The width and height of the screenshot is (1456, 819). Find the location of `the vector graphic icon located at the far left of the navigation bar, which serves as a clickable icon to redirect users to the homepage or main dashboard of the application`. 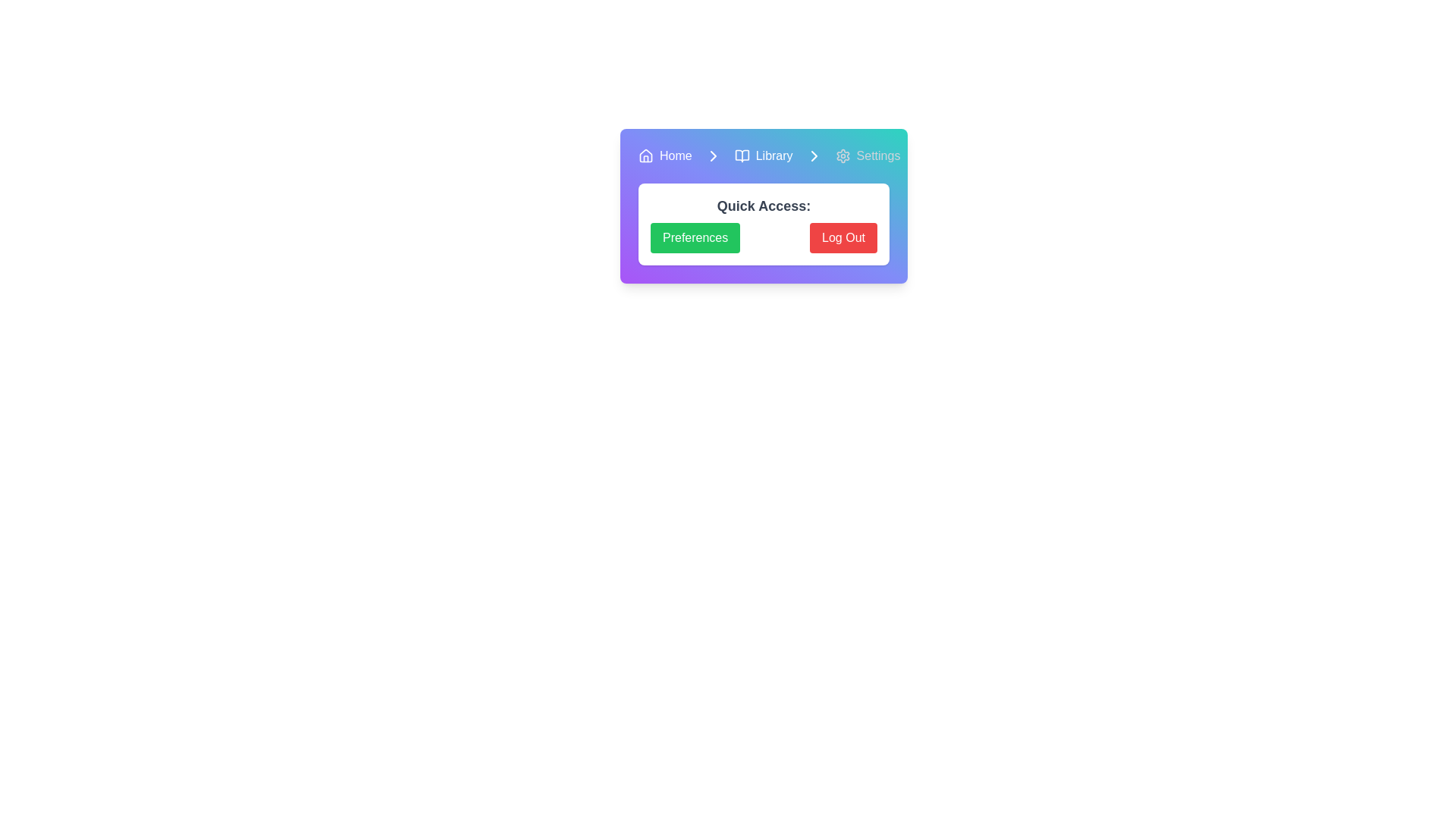

the vector graphic icon located at the far left of the navigation bar, which serves as a clickable icon to redirect users to the homepage or main dashboard of the application is located at coordinates (645, 155).